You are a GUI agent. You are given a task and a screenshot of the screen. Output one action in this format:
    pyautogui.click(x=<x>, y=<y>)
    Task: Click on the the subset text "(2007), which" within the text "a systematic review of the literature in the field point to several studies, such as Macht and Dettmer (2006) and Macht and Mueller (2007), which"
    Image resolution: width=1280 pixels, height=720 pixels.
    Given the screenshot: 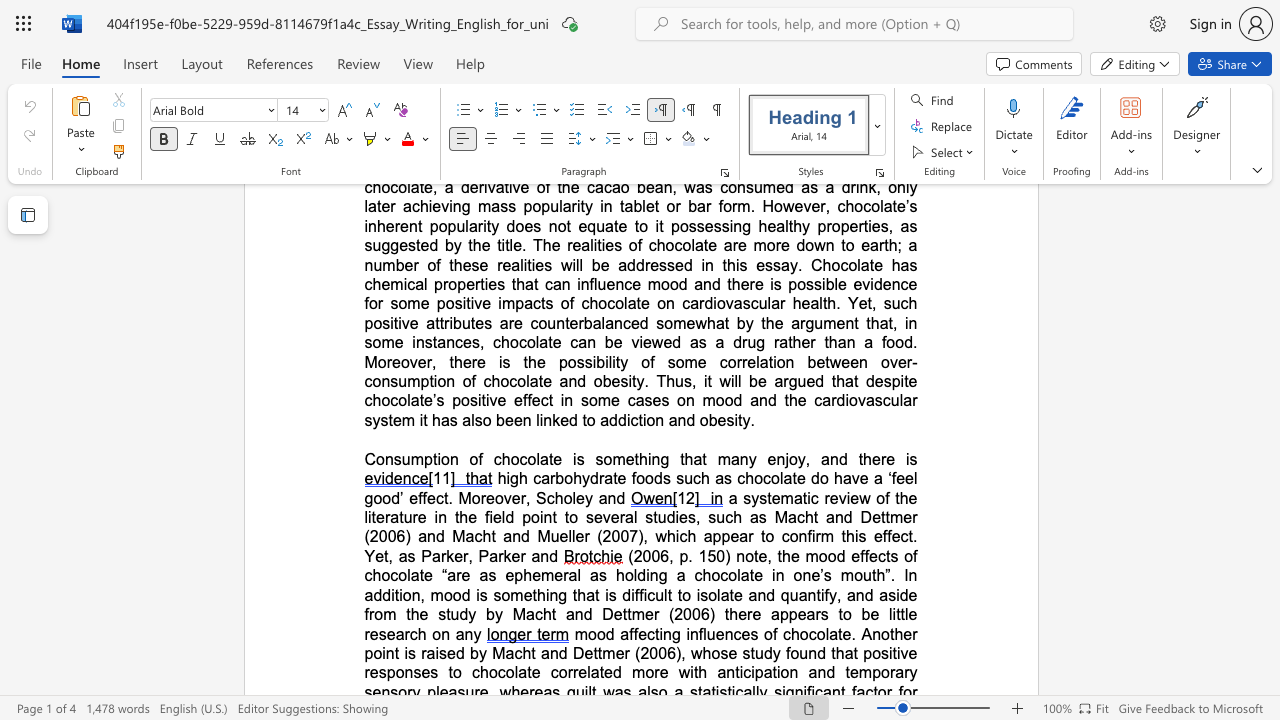 What is the action you would take?
    pyautogui.click(x=596, y=535)
    